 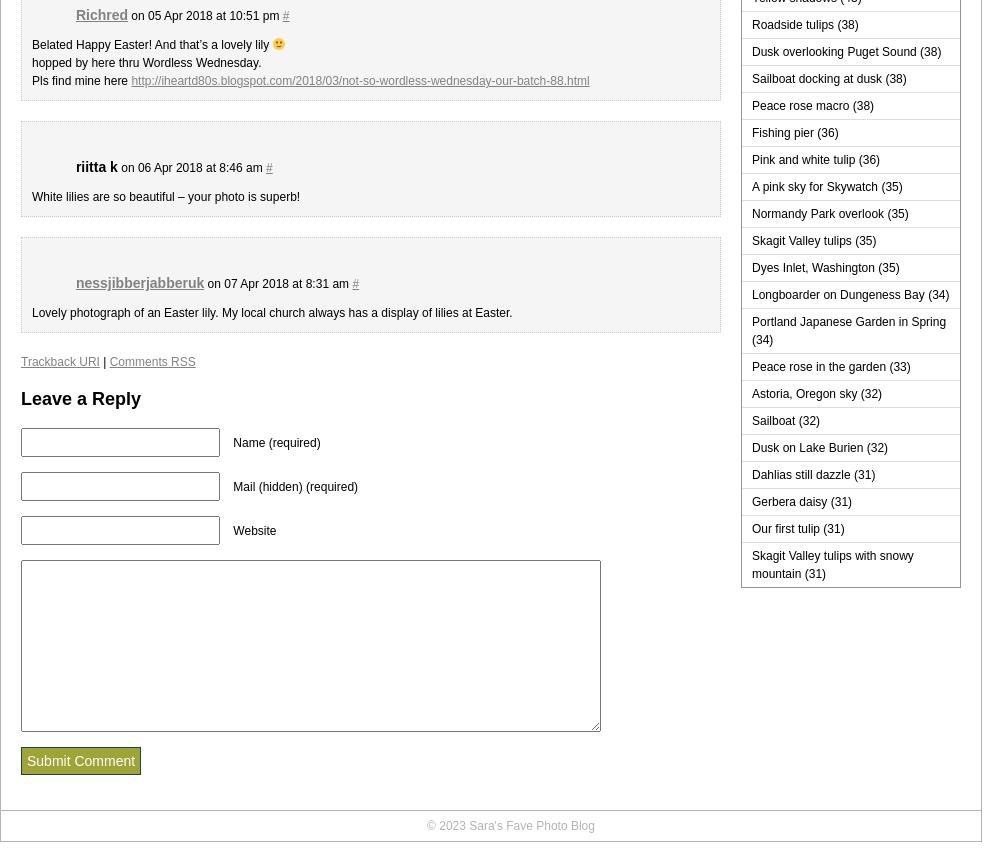 What do you see at coordinates (32, 61) in the screenshot?
I see `'hopped by here thru Wordless Wednesday.'` at bounding box center [32, 61].